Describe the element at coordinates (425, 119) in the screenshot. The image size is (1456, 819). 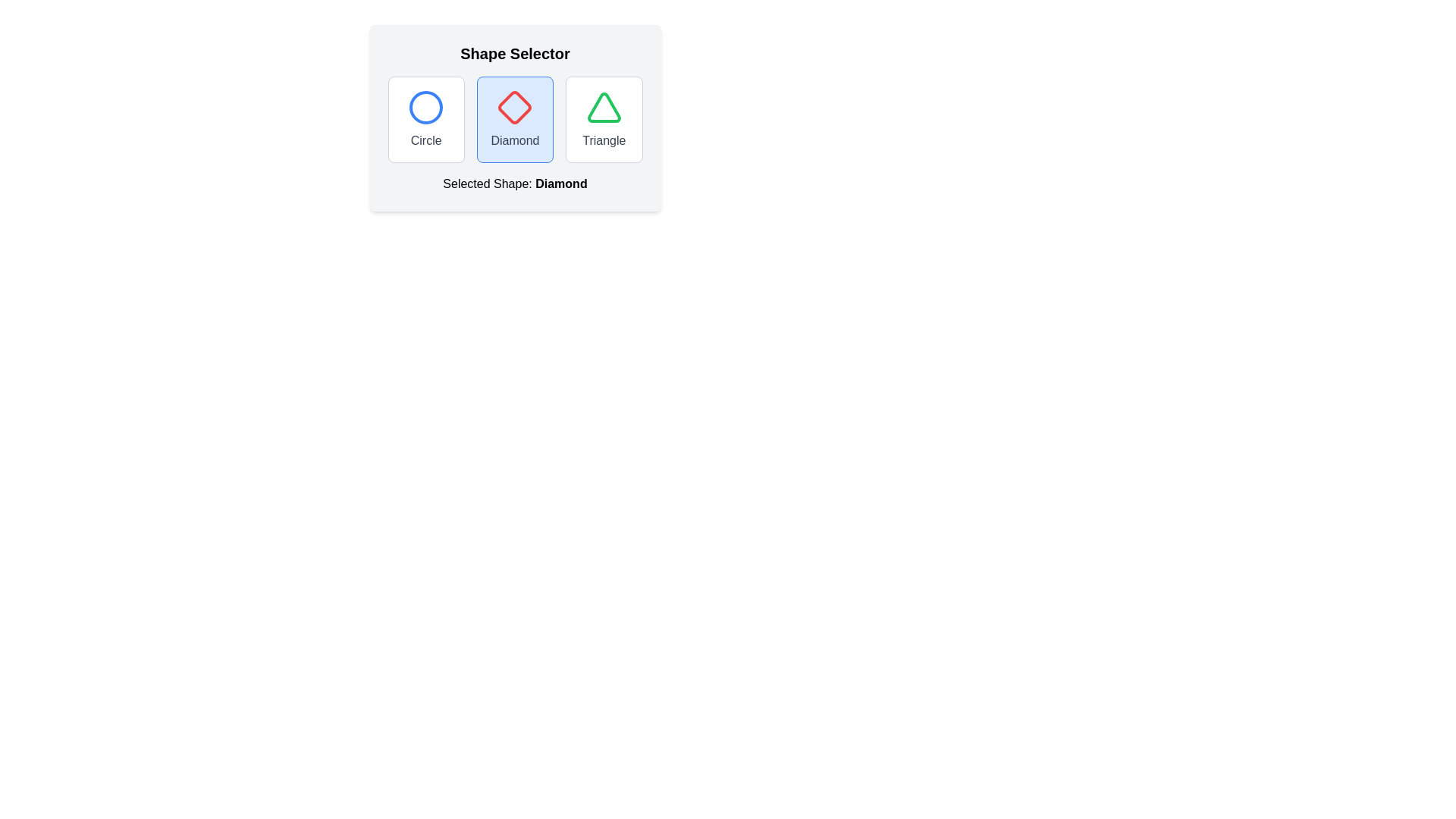
I see `the first shape selector button in the grid layout` at that location.